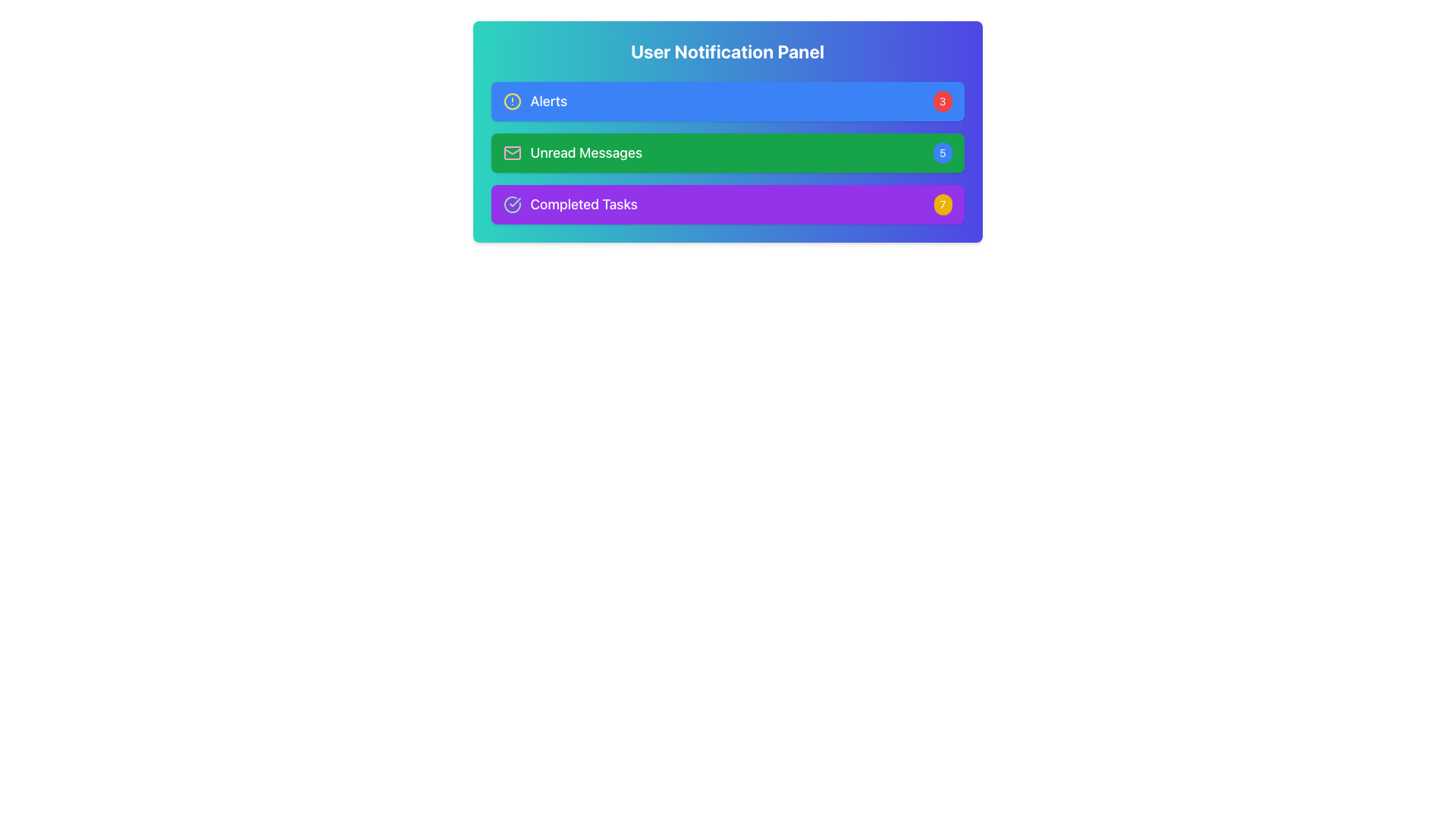 This screenshot has height=819, width=1456. What do you see at coordinates (570, 205) in the screenshot?
I see `the Text Label with Icon that displays information about completed tasks in the notification panel, positioned as the last item in the list` at bounding box center [570, 205].